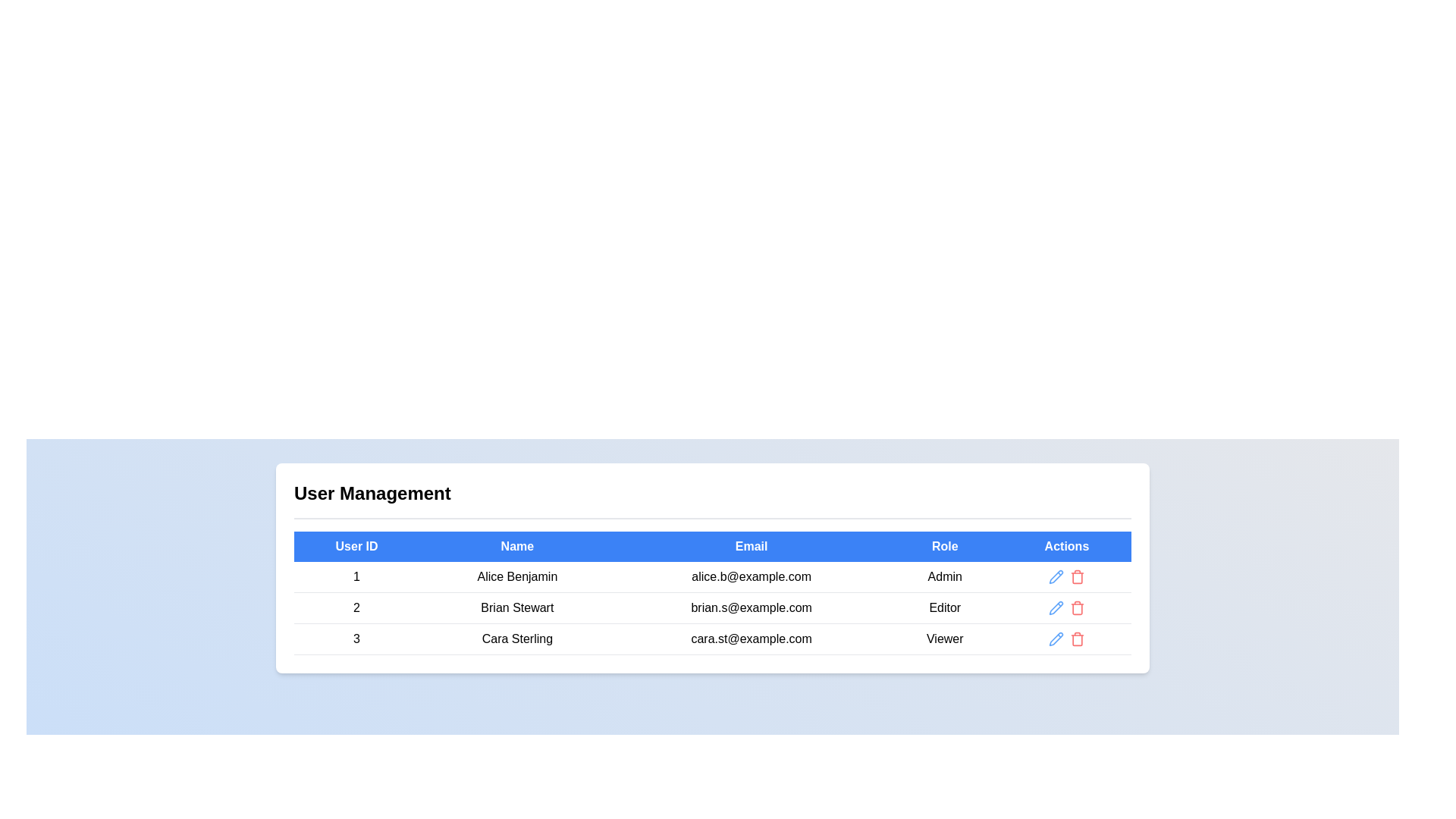 The image size is (1456, 819). What do you see at coordinates (944, 607) in the screenshot?
I see `the 'Editor' text label in the 'Role' column of the user management table for user 'Brian Stewart'` at bounding box center [944, 607].